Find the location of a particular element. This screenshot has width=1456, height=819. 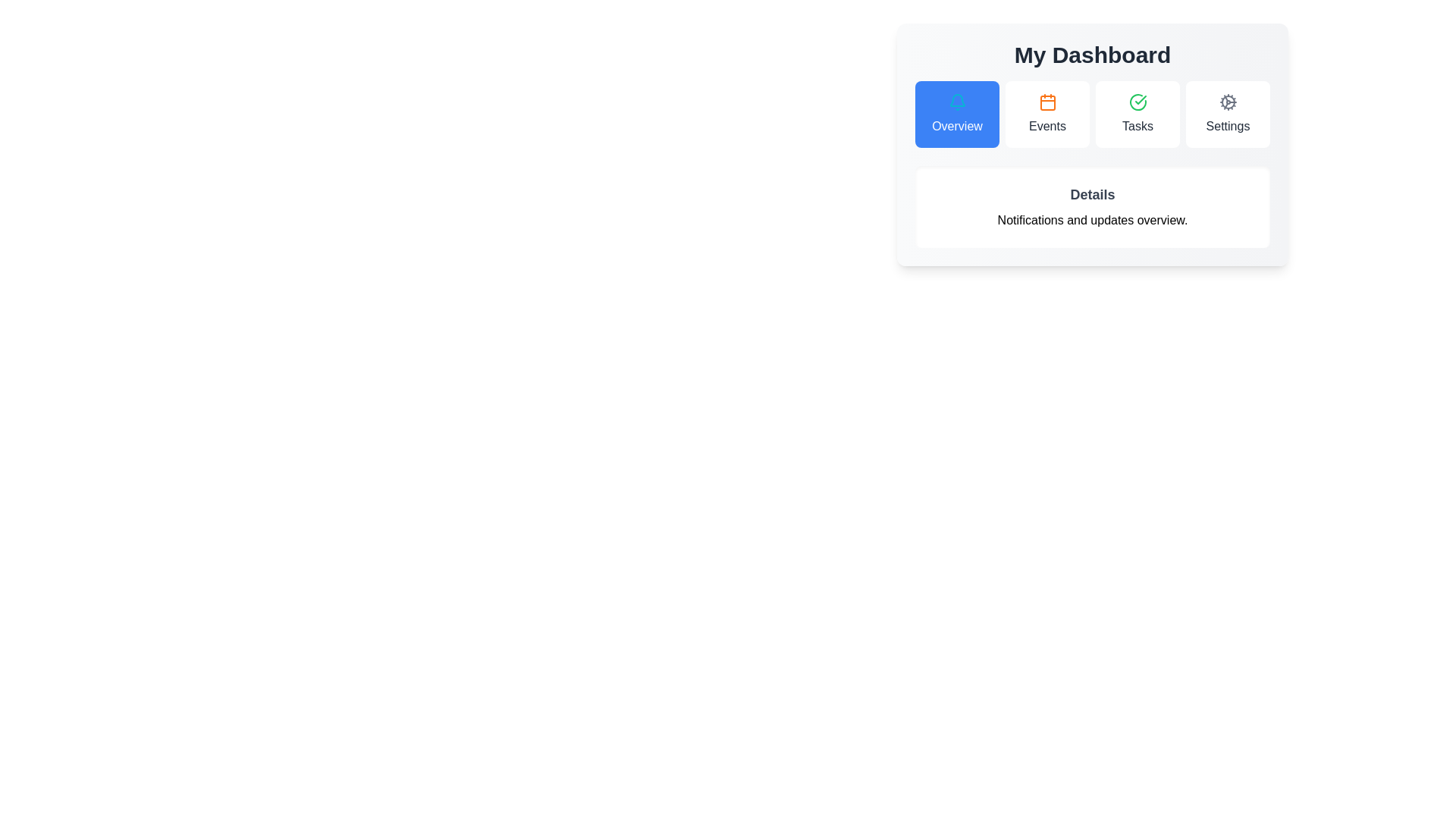

the tab button labeled Events is located at coordinates (1046, 113).